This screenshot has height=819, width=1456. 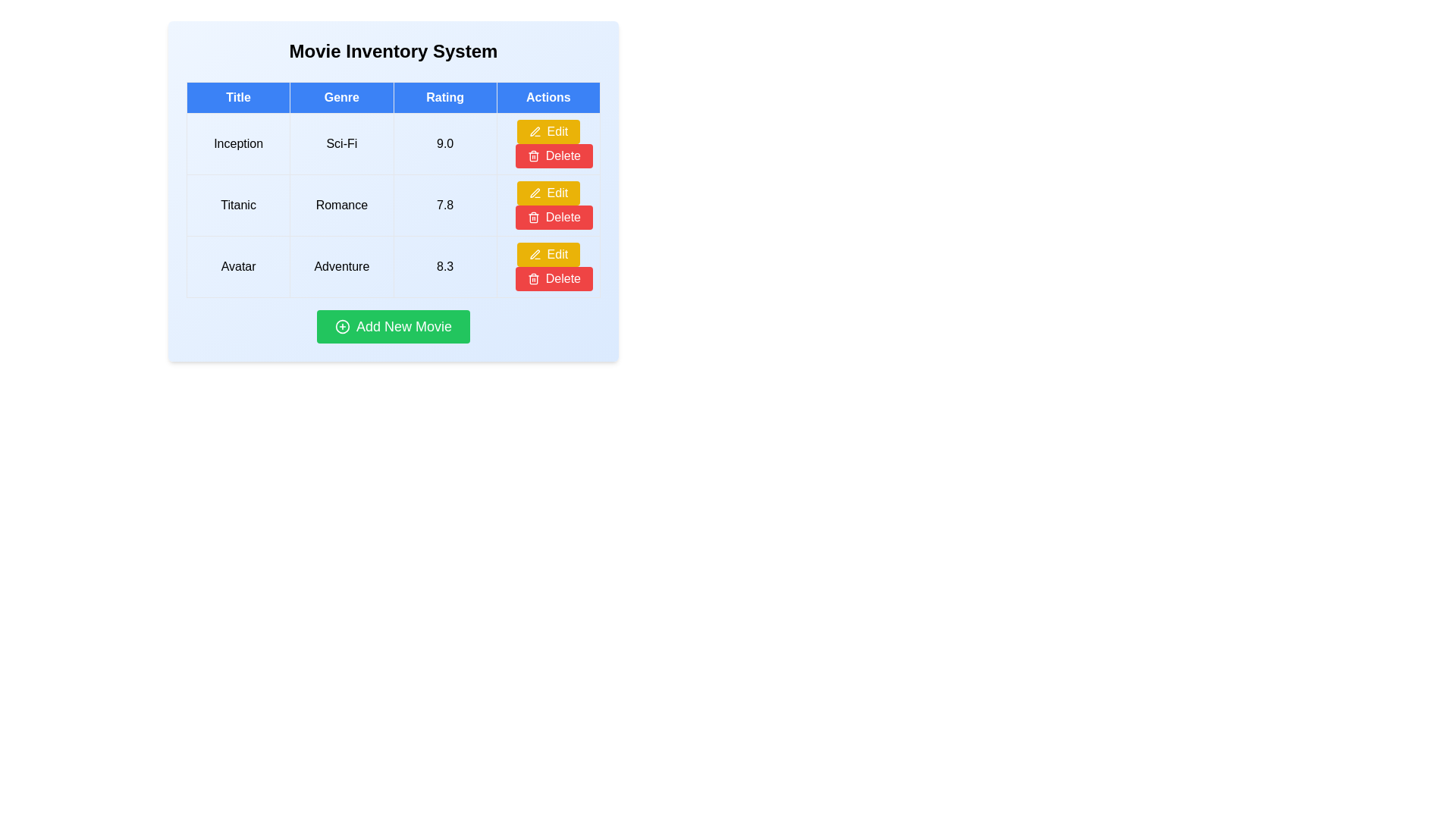 I want to click on the 'Rating' Table Header Cell, which is a rectangular cell with a blue background and white text, positioned between the 'Genre' and 'Actions' columns, so click(x=444, y=97).